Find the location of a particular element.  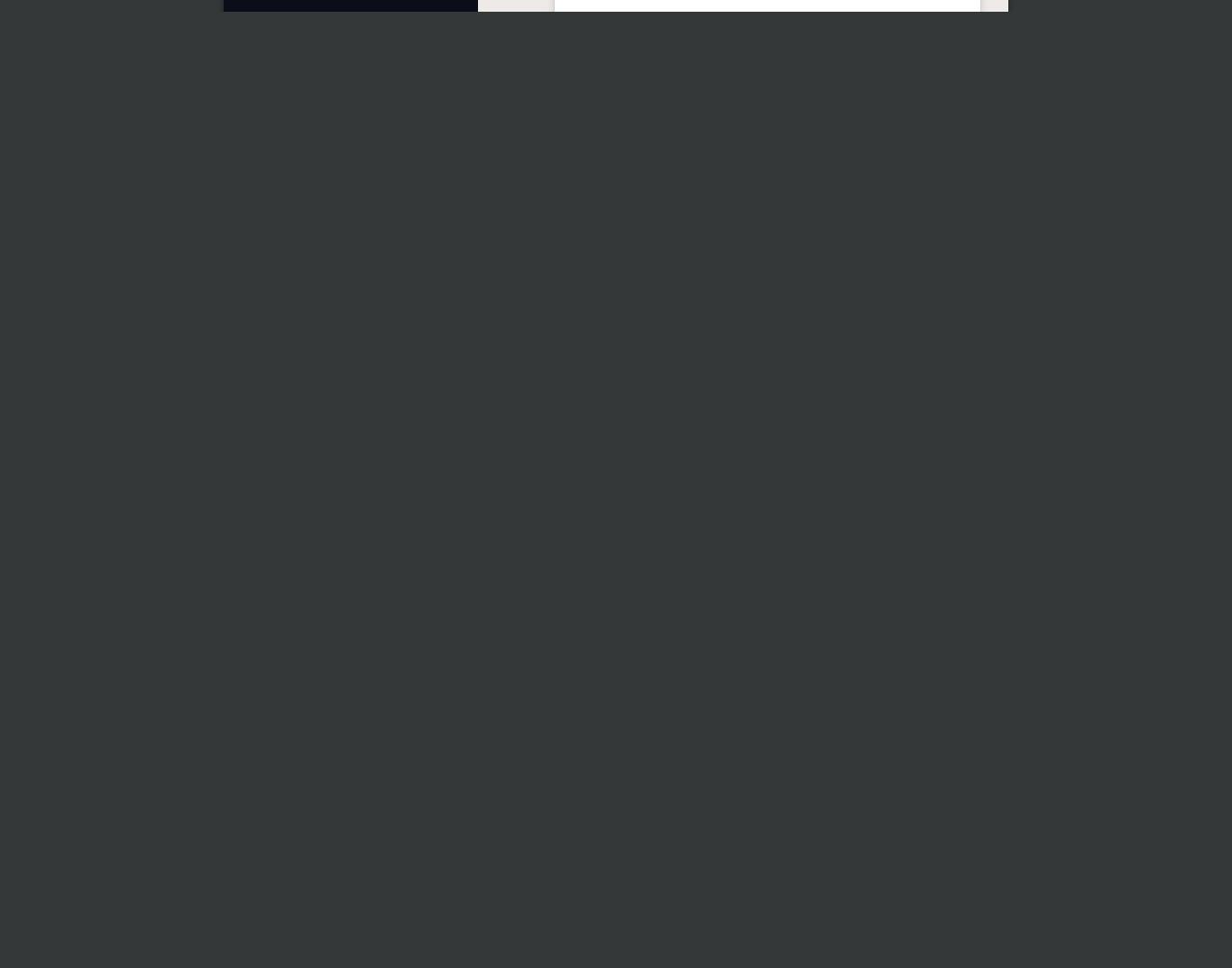

'Instagram' is located at coordinates (722, 560).